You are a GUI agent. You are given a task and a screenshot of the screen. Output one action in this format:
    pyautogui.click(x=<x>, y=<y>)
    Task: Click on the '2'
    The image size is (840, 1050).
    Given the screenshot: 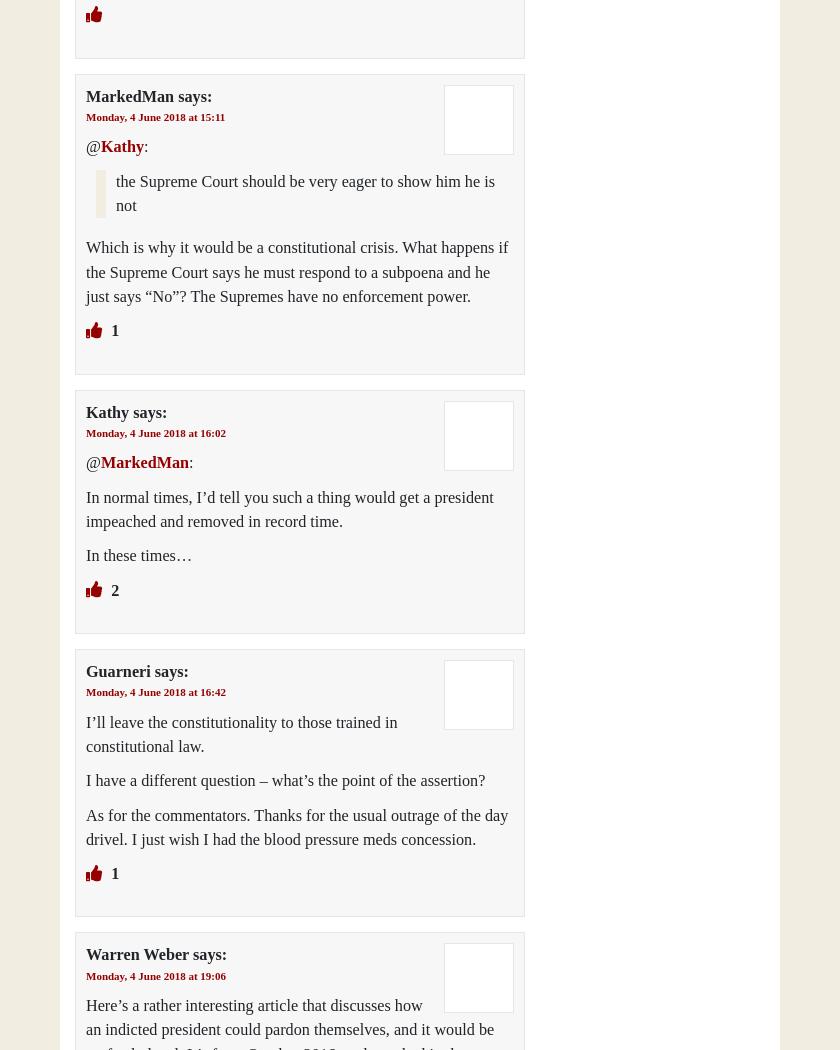 What is the action you would take?
    pyautogui.click(x=110, y=588)
    